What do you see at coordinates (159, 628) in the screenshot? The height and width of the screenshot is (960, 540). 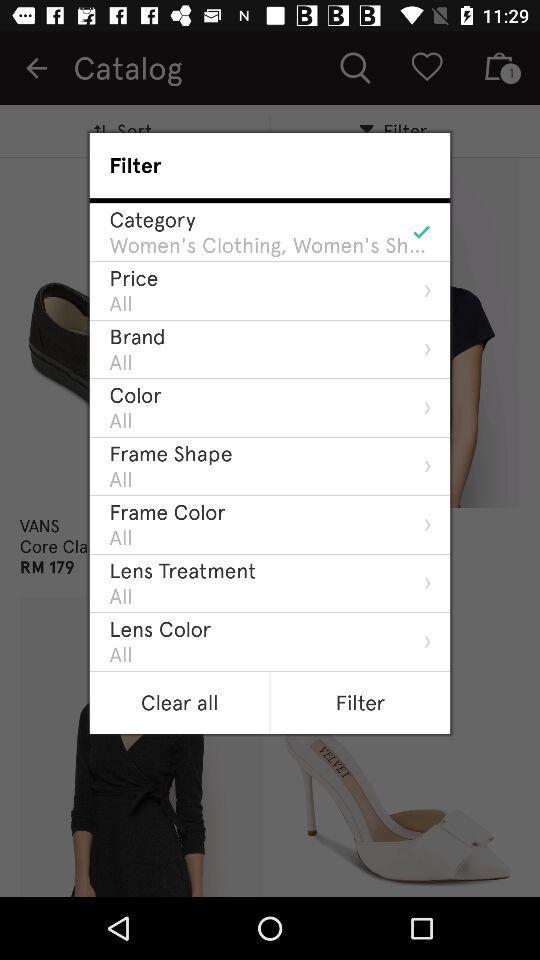 I see `the icon below all icon` at bounding box center [159, 628].